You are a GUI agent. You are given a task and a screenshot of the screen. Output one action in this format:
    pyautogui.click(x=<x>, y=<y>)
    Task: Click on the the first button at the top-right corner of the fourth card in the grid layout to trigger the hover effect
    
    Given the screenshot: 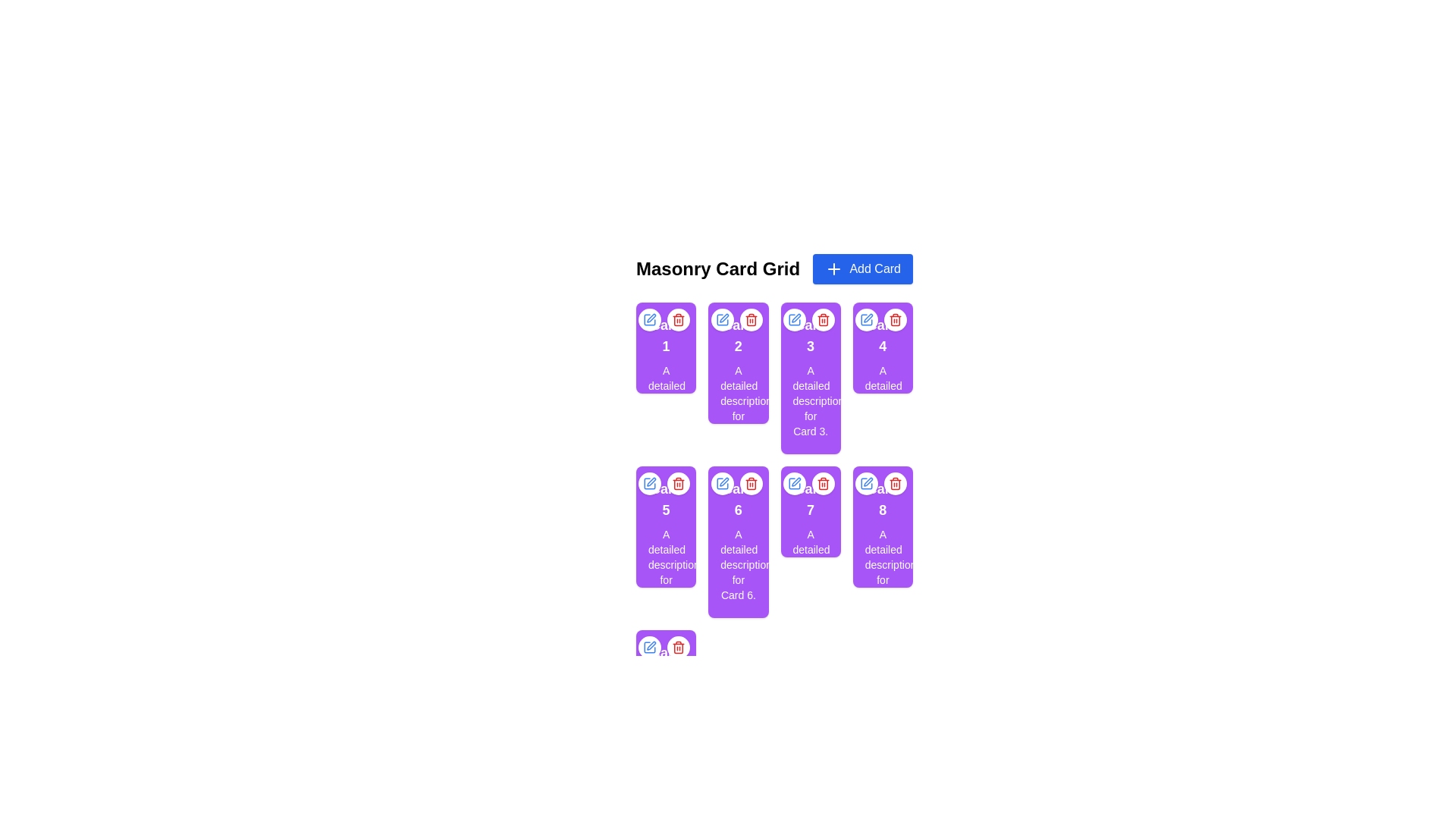 What is the action you would take?
    pyautogui.click(x=866, y=318)
    